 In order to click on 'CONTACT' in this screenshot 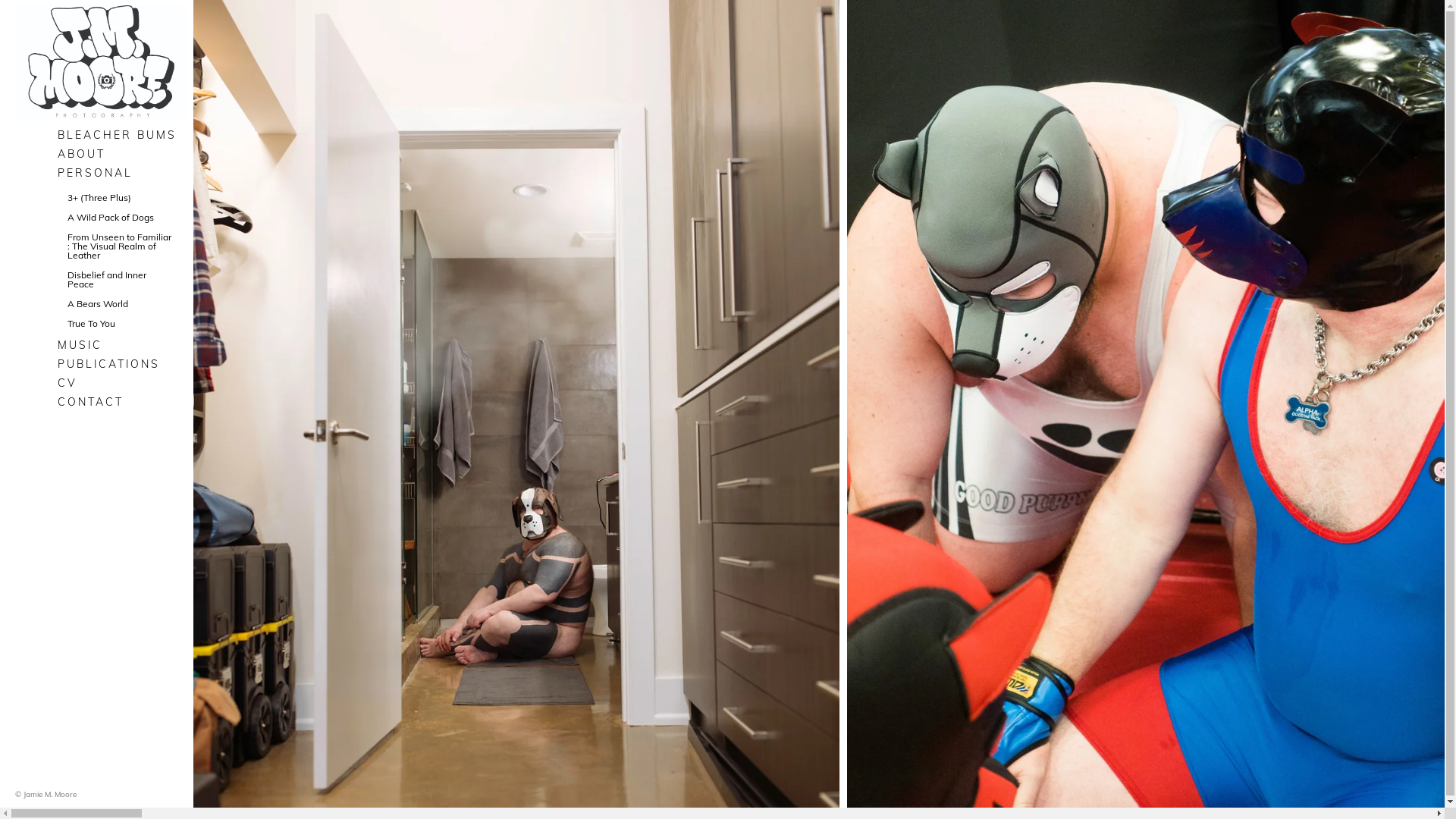, I will do `click(51, 400)`.